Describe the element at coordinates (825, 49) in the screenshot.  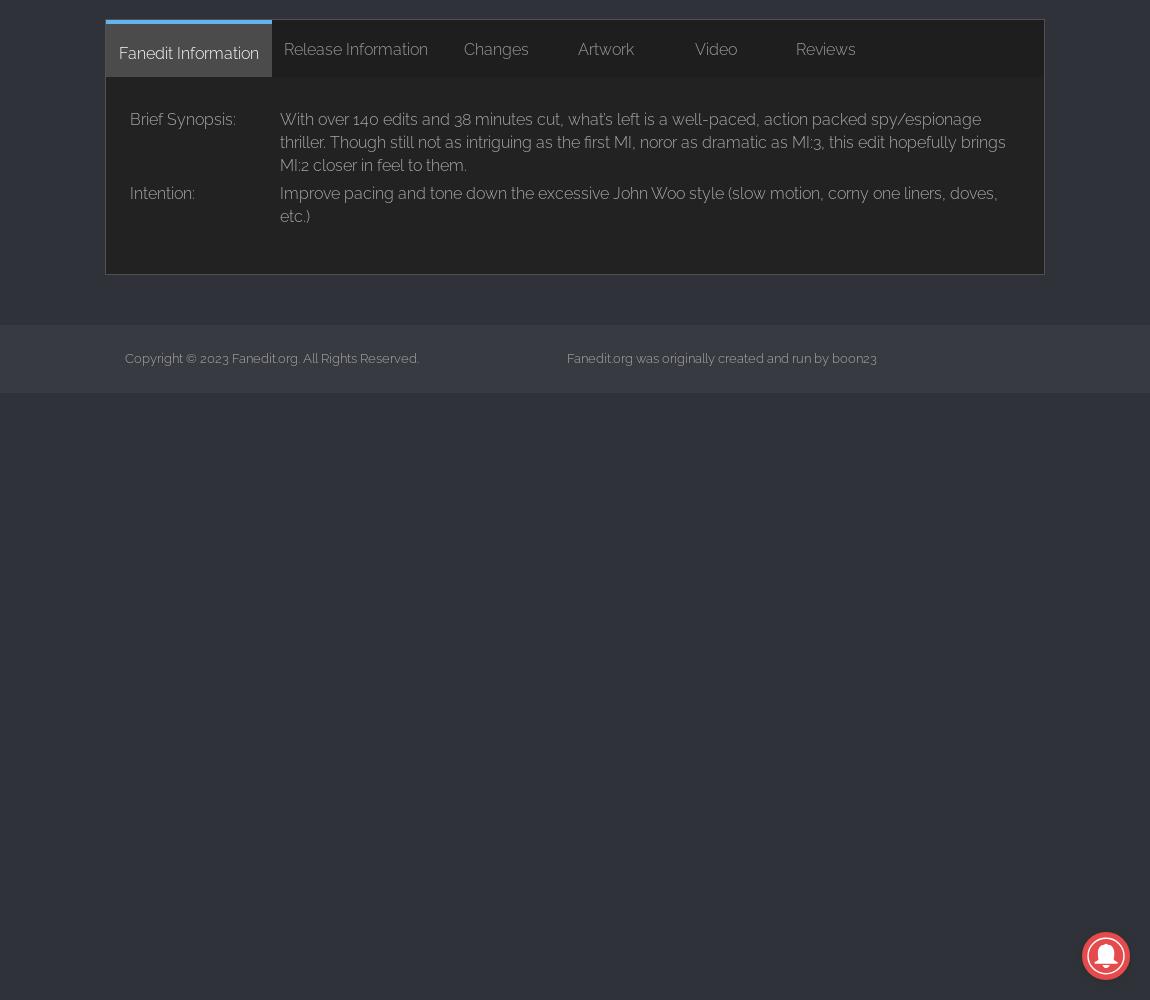
I see `'Reviews'` at that location.